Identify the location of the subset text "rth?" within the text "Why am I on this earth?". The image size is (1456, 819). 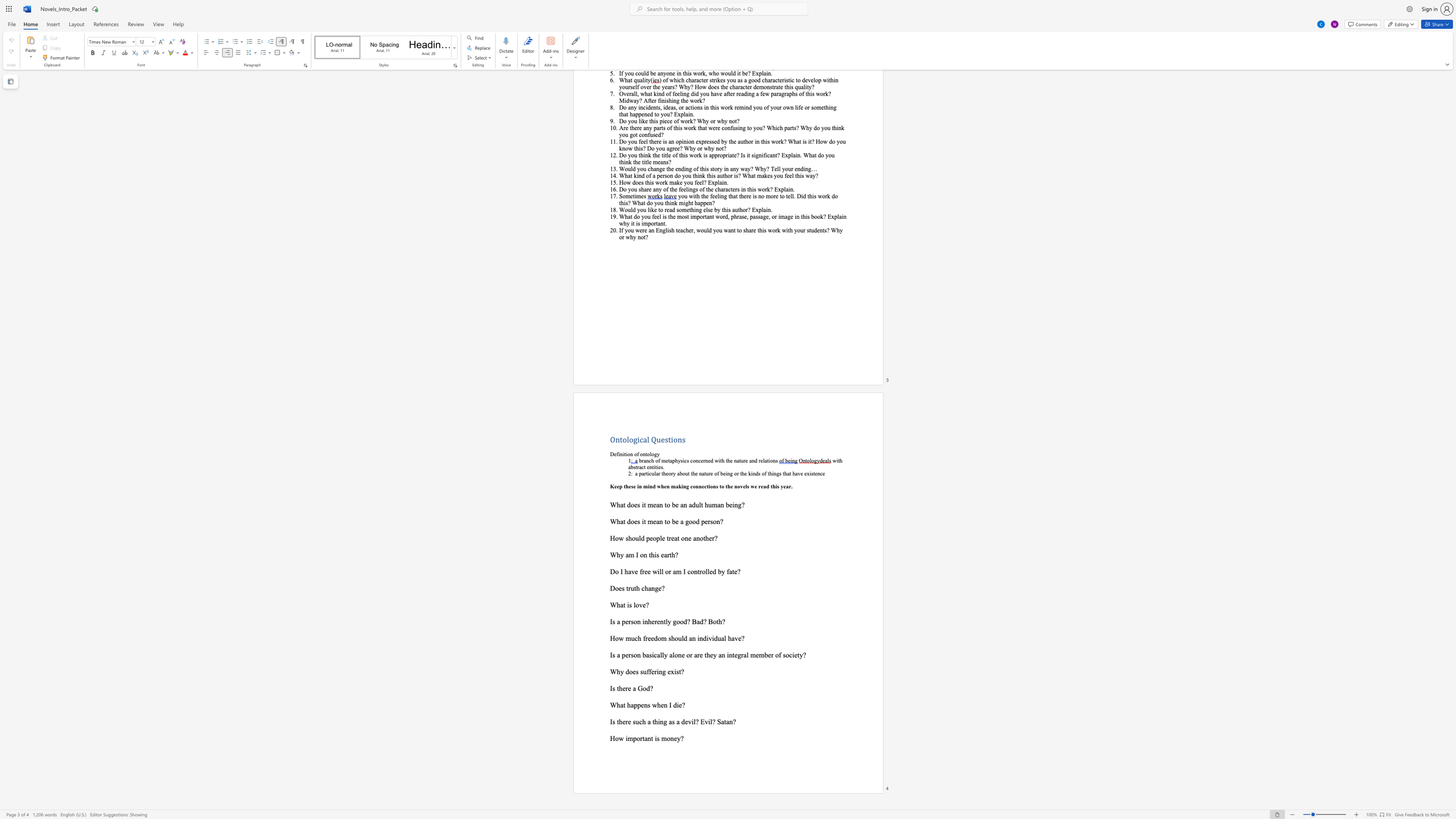
(666, 554).